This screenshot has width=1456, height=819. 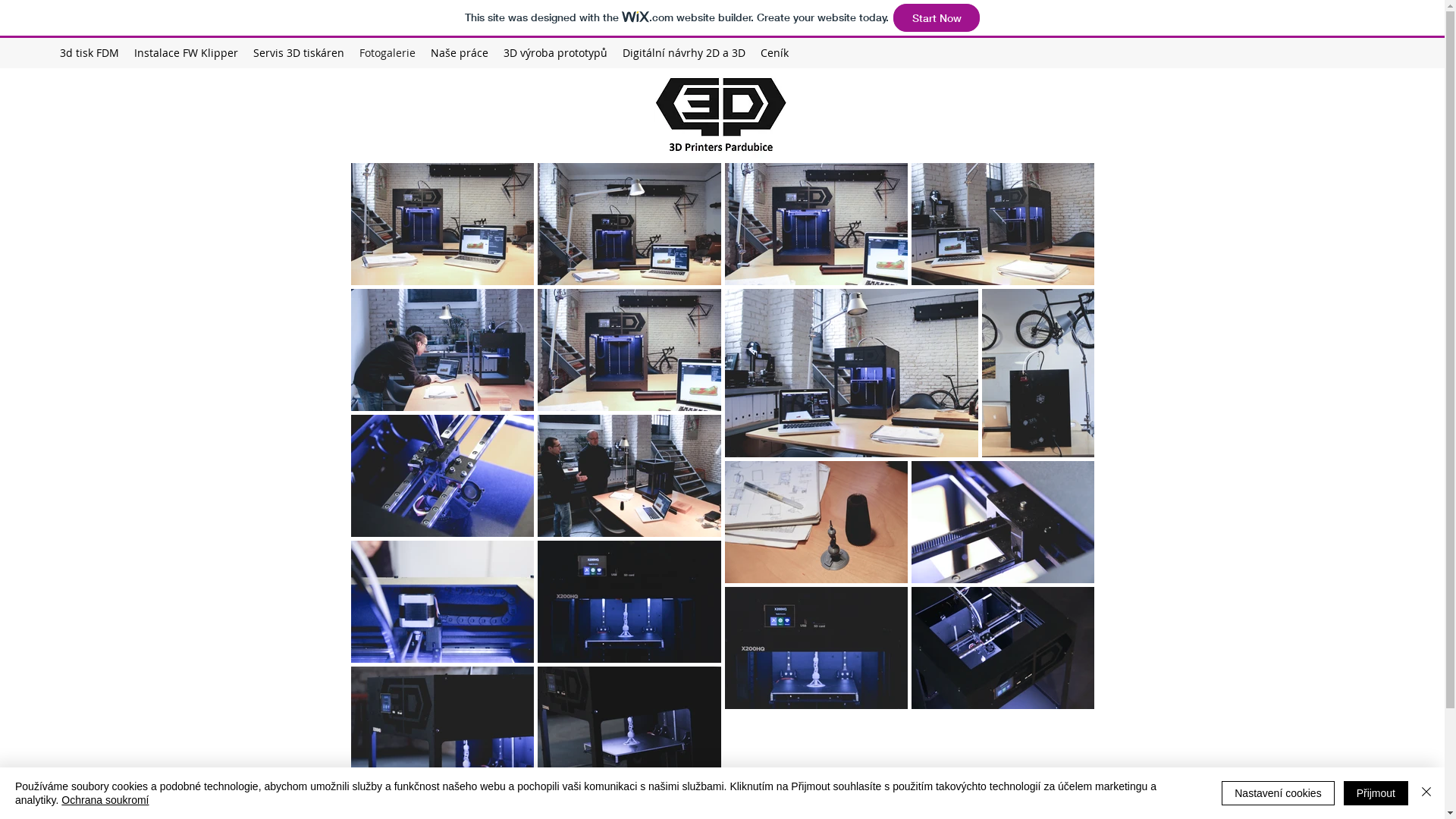 What do you see at coordinates (387, 52) in the screenshot?
I see `'Fotogalerie'` at bounding box center [387, 52].